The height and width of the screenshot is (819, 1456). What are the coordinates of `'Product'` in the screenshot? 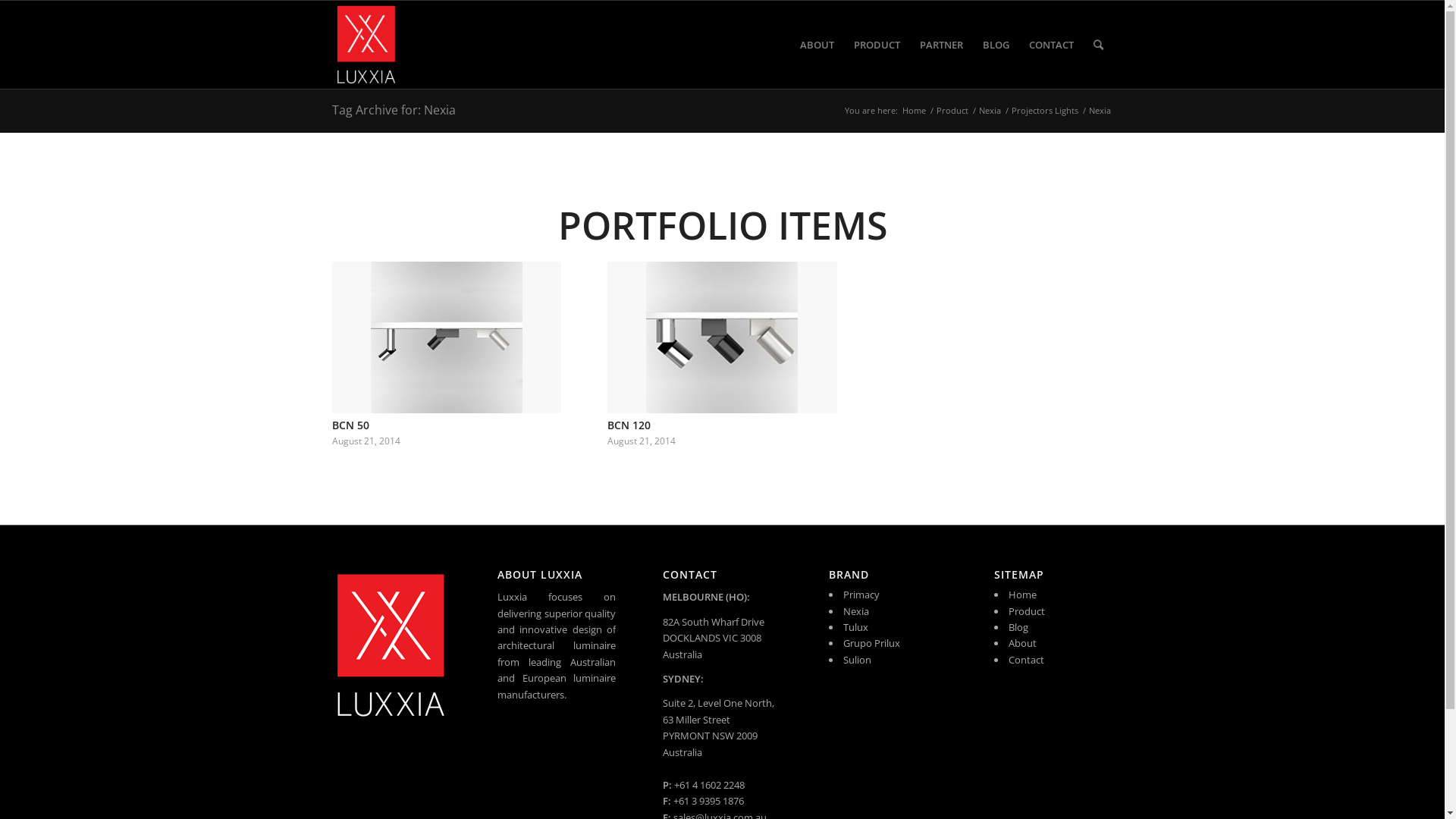 It's located at (952, 109).